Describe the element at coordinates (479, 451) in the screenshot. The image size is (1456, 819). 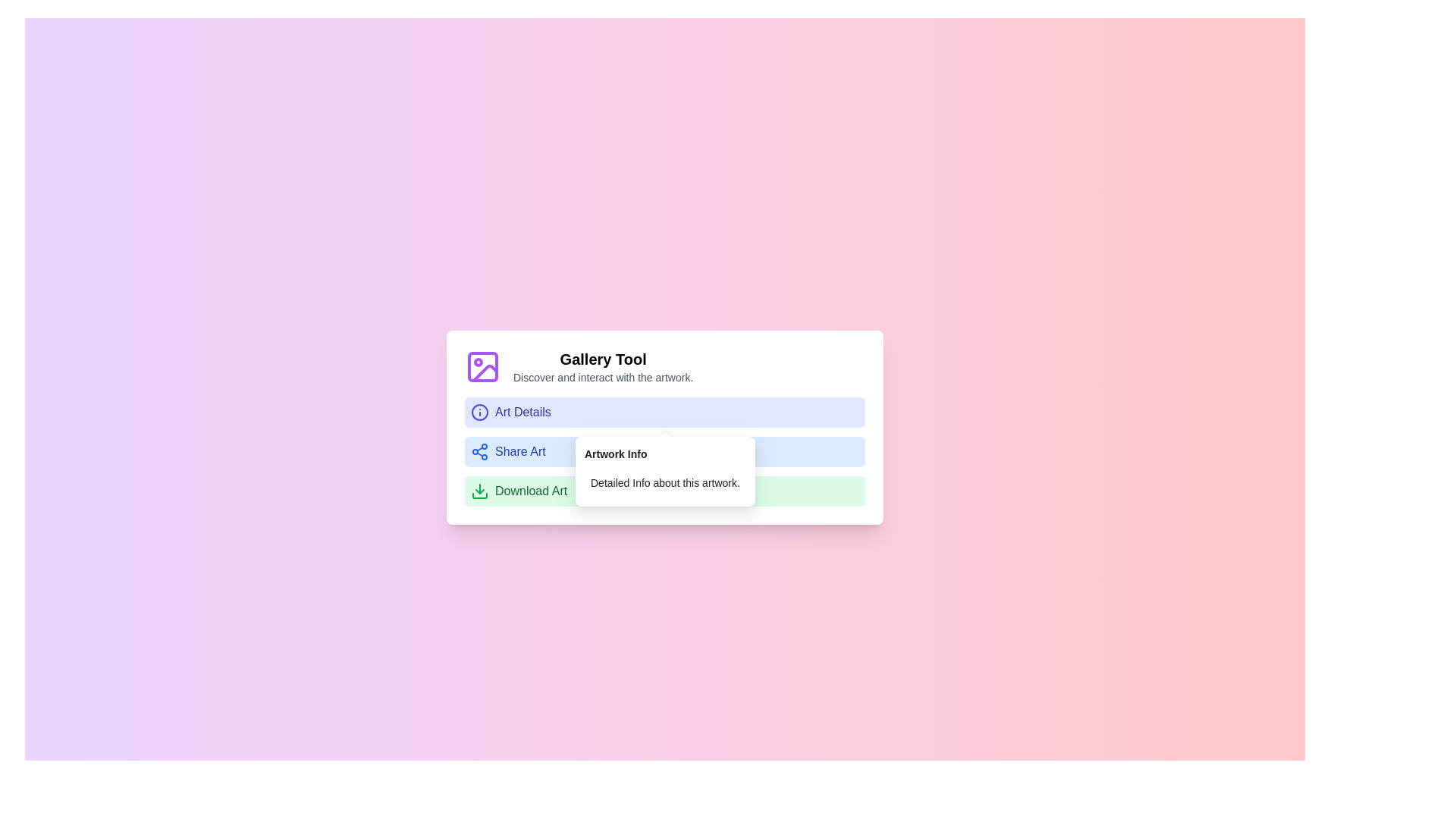
I see `the small, blue-colored share symbol icon located towards the left side of the 'Share Art' button within the 'Gallery Tool' panel` at that location.